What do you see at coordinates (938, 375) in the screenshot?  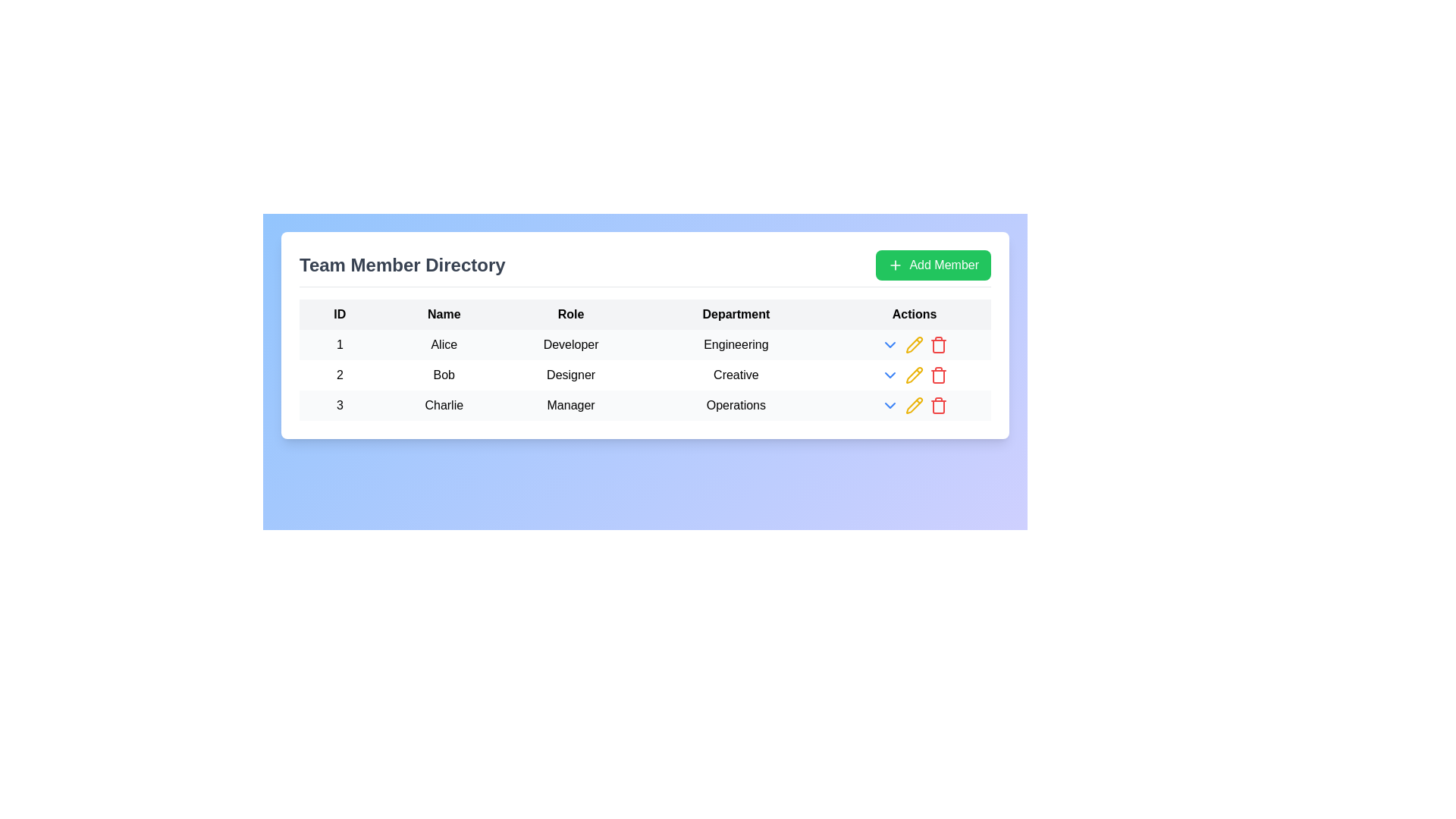 I see `the delete button located in the Actions column of the second row in the Team Member Directory table` at bounding box center [938, 375].